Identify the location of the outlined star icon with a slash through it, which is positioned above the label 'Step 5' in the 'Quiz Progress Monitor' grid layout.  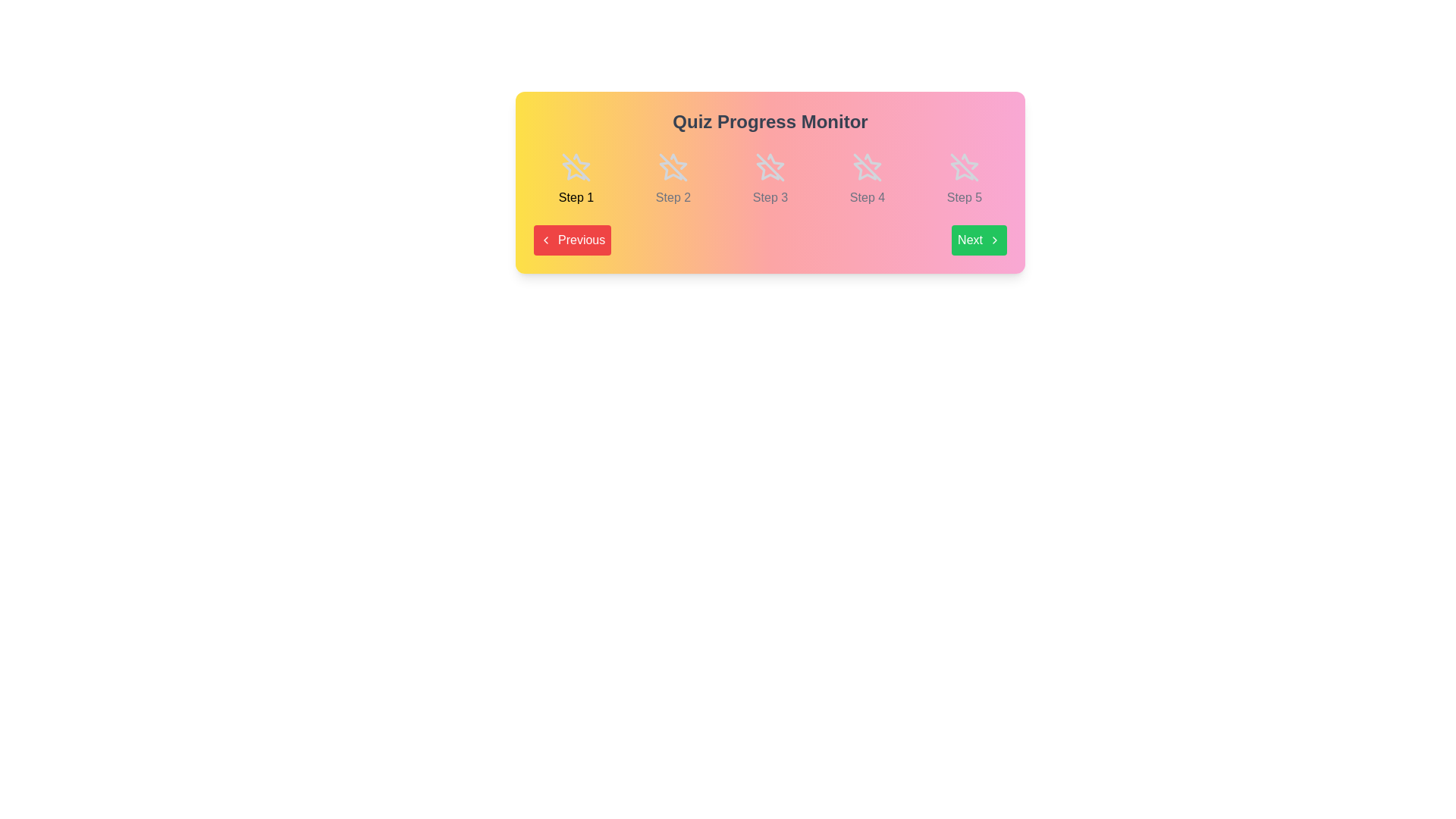
(964, 178).